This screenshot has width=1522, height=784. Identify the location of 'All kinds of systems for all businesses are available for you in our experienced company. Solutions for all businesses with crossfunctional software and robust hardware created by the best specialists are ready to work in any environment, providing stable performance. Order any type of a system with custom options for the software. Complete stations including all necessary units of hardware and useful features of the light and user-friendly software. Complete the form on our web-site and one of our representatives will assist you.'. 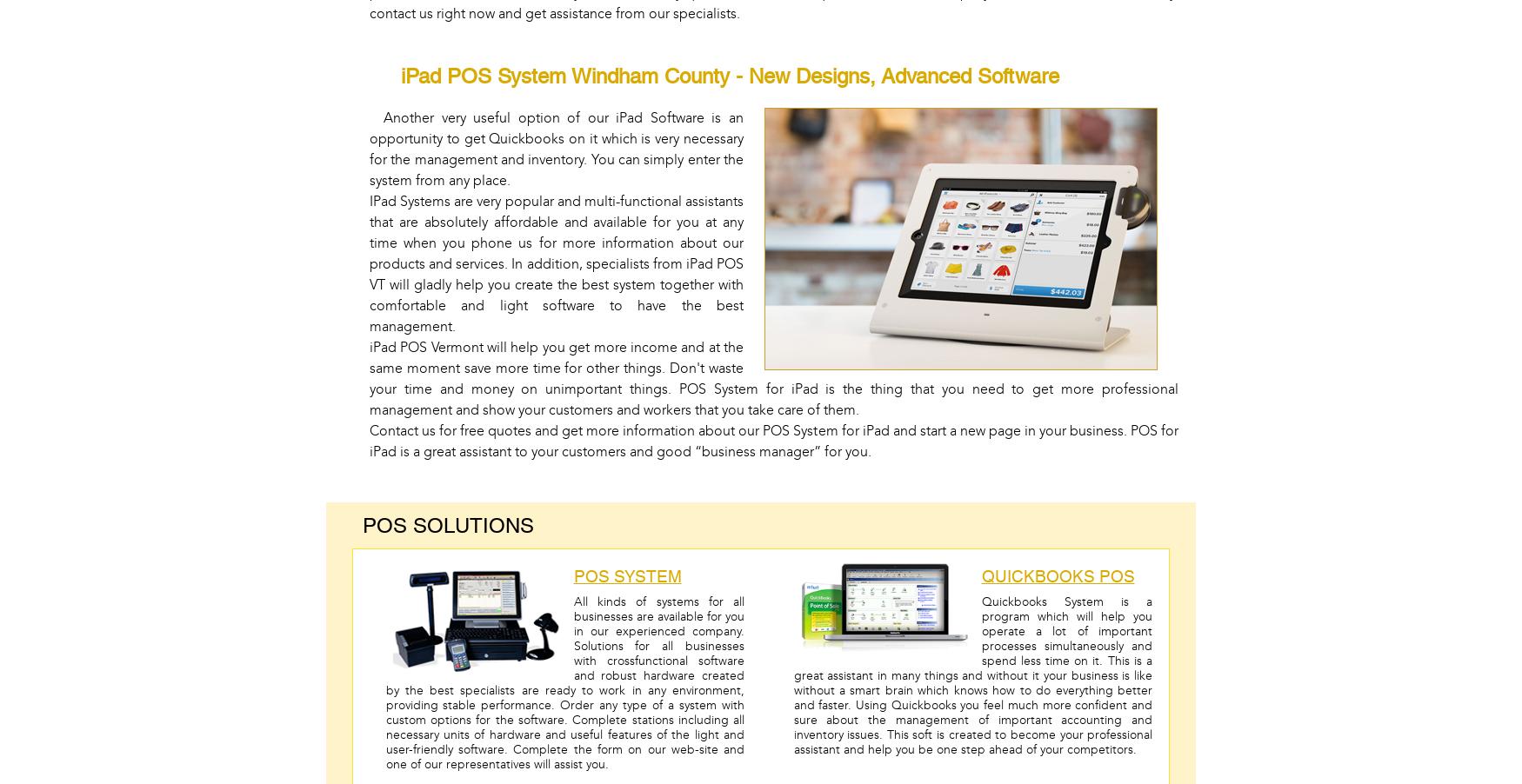
(384, 682).